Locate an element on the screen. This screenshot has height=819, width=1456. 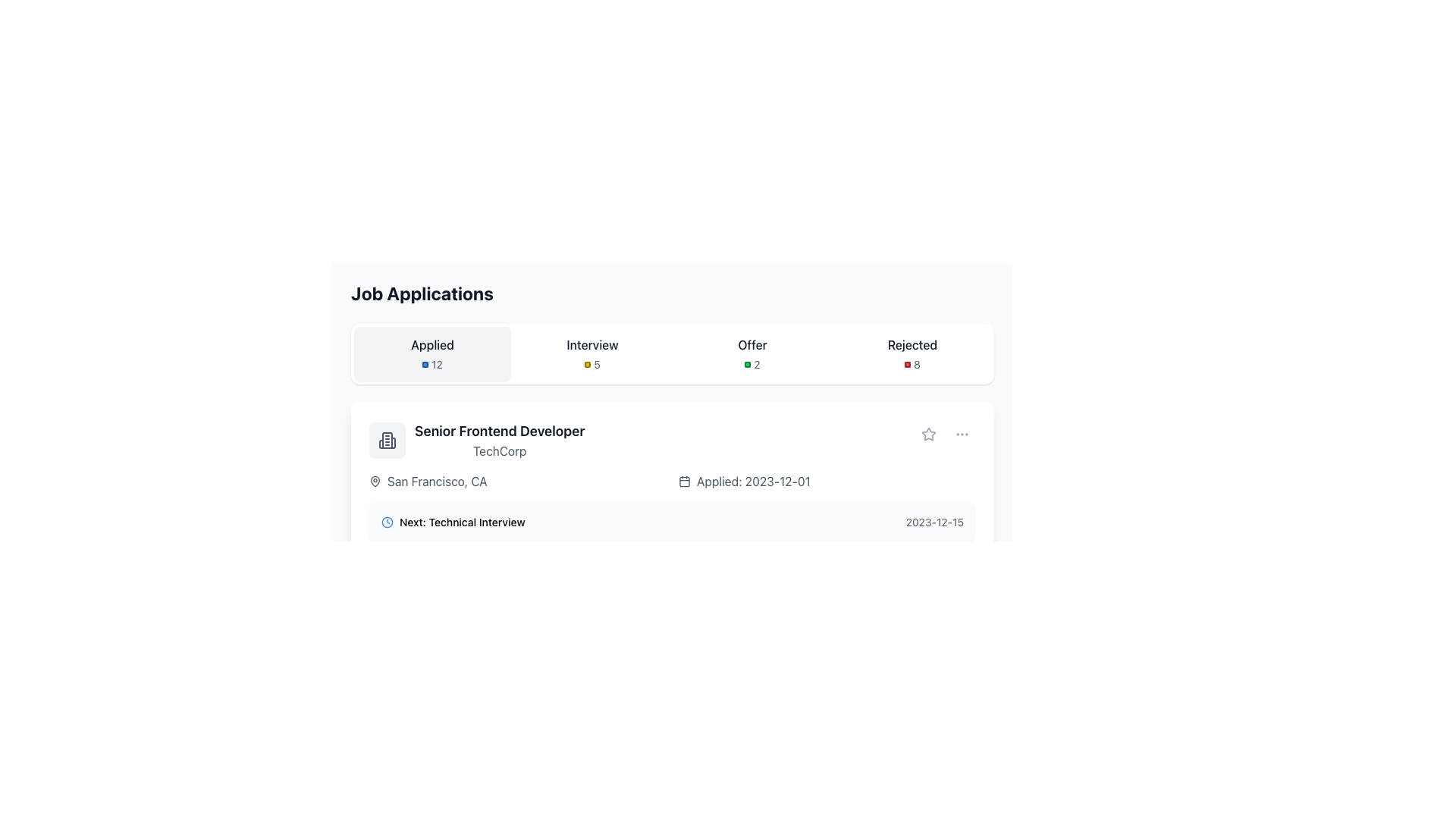
the interactive controls within the job application details card, which is the first card in the list displaying job title, company name, location, application date, and next steps is located at coordinates (672, 503).